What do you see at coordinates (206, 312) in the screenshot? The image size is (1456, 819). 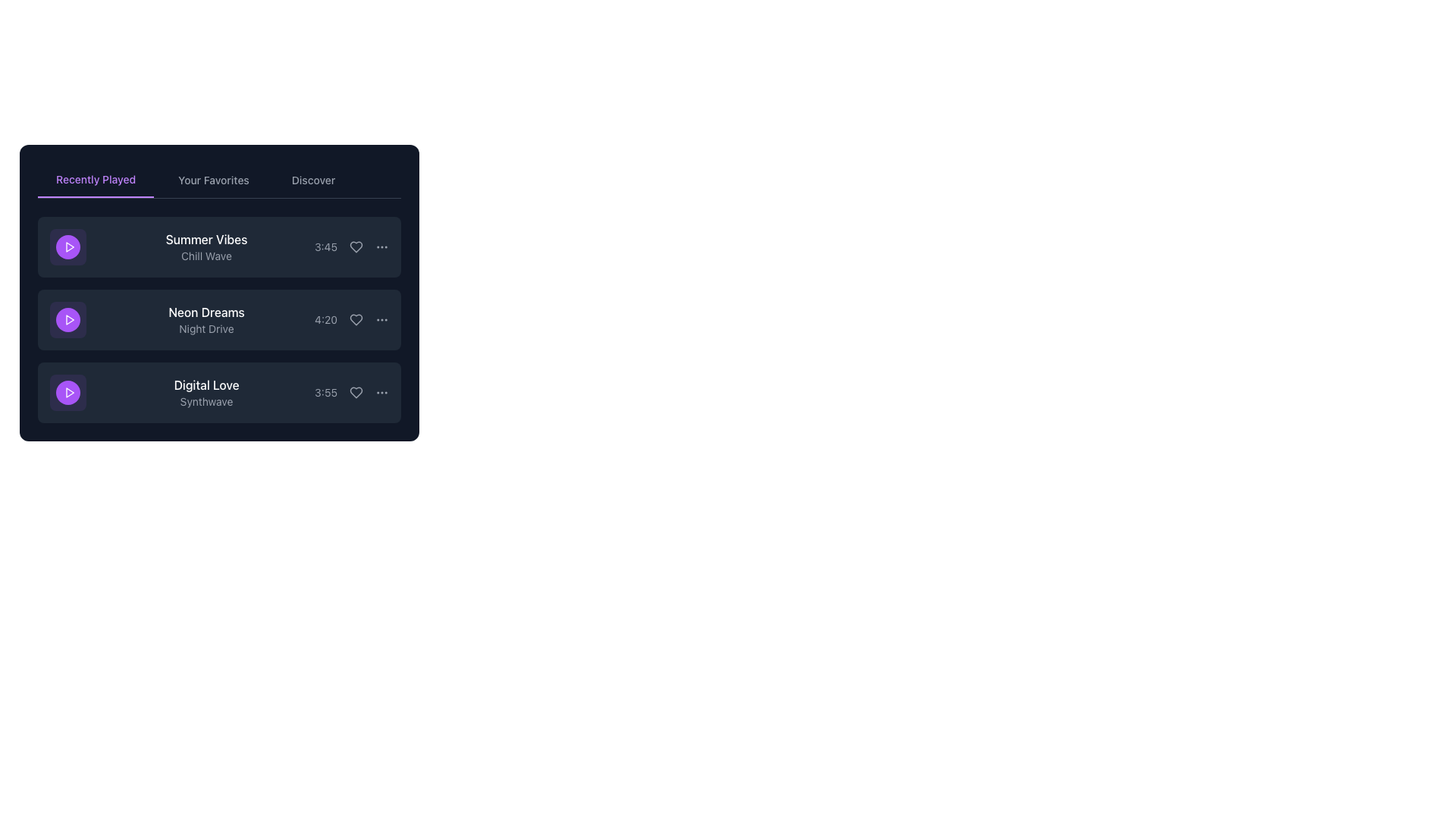 I see `the text label in the second row of the track list, which serves as a title or identifier for a media item, located above 'Night Drive' and to the right of the play button` at bounding box center [206, 312].